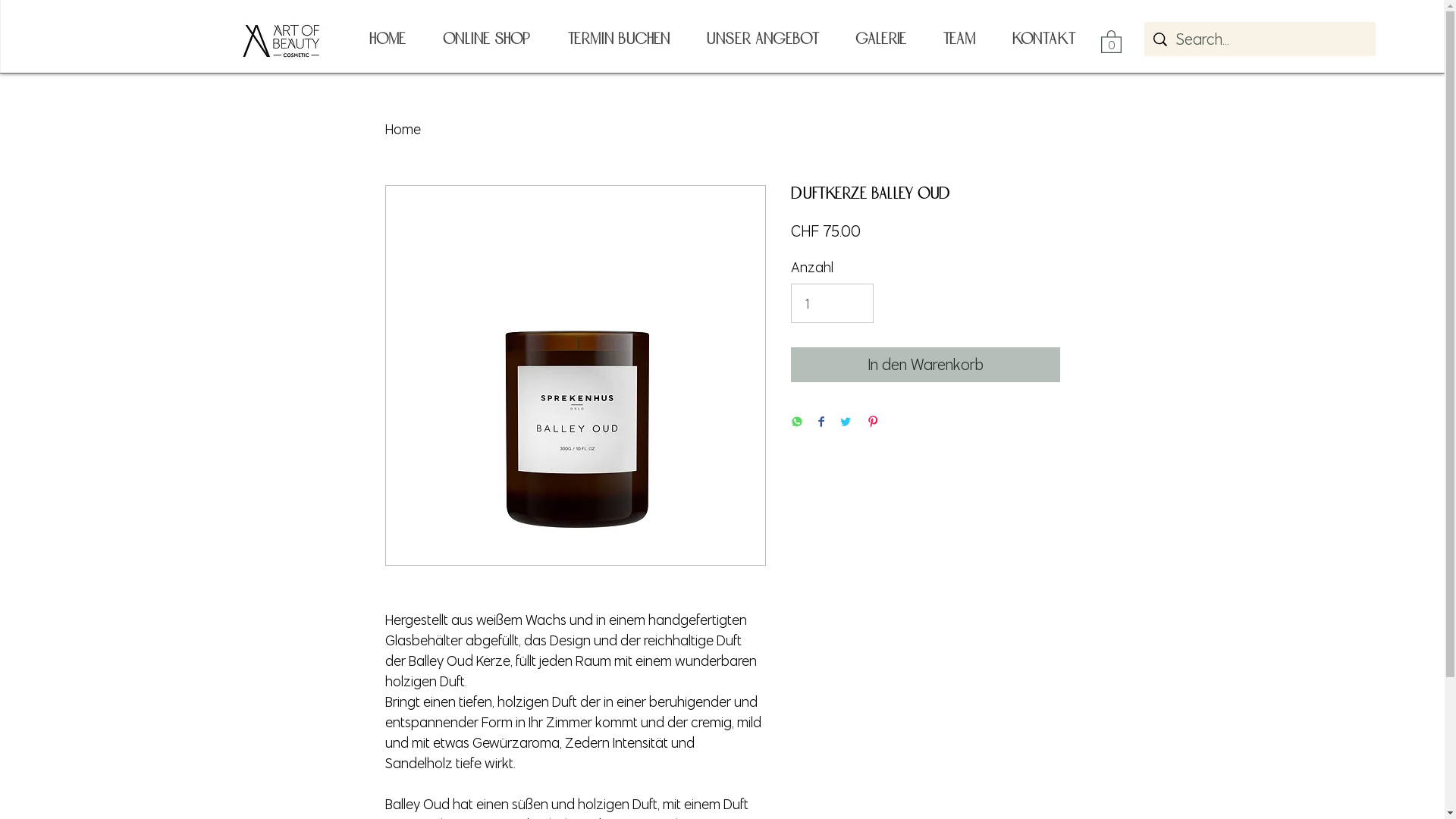 The height and width of the screenshot is (819, 1456). Describe the element at coordinates (484, 38) in the screenshot. I see `'ONLINE SHOP'` at that location.